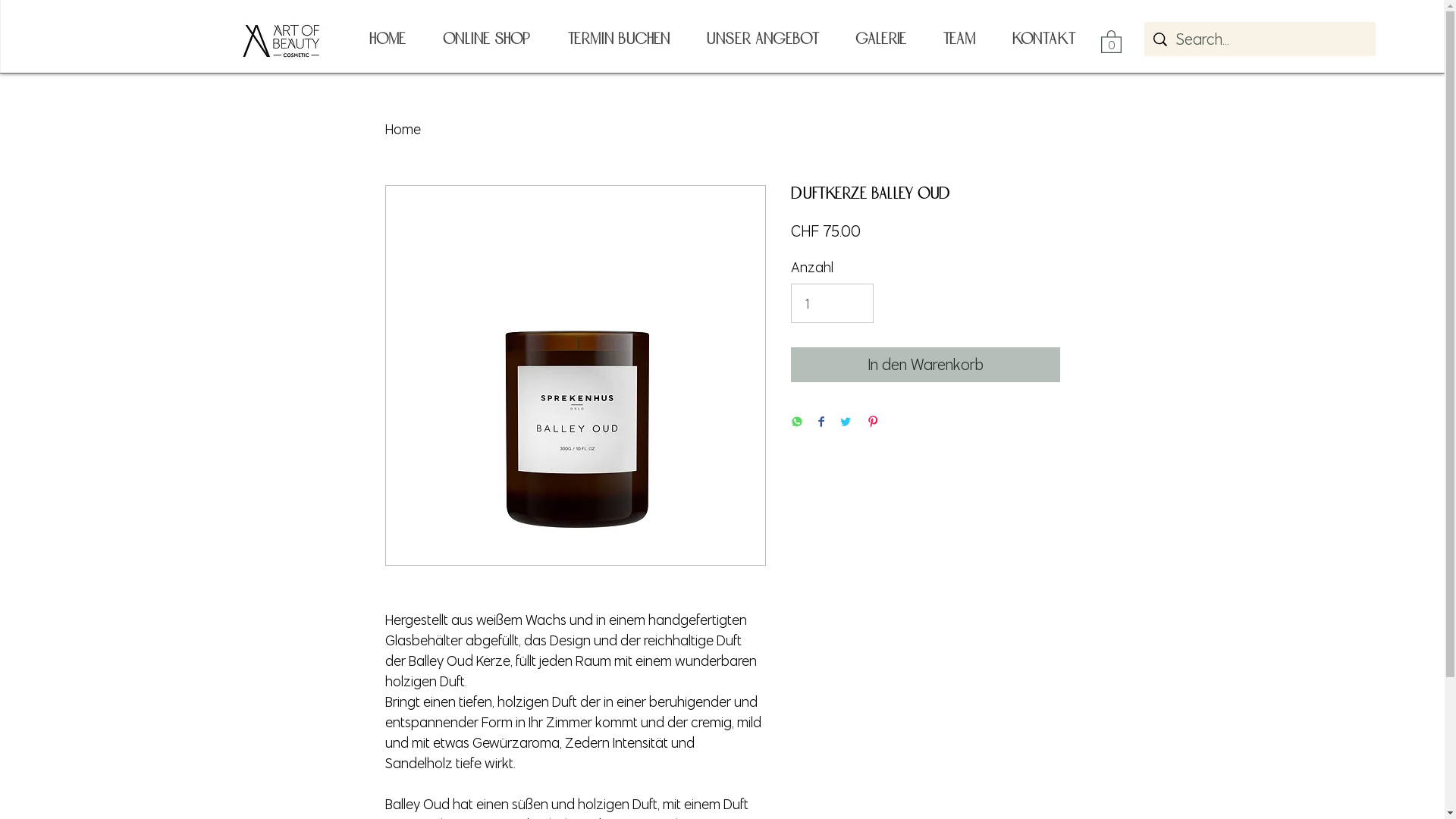 The height and width of the screenshot is (819, 1456). Describe the element at coordinates (484, 38) in the screenshot. I see `'ONLINE SHOP'` at that location.